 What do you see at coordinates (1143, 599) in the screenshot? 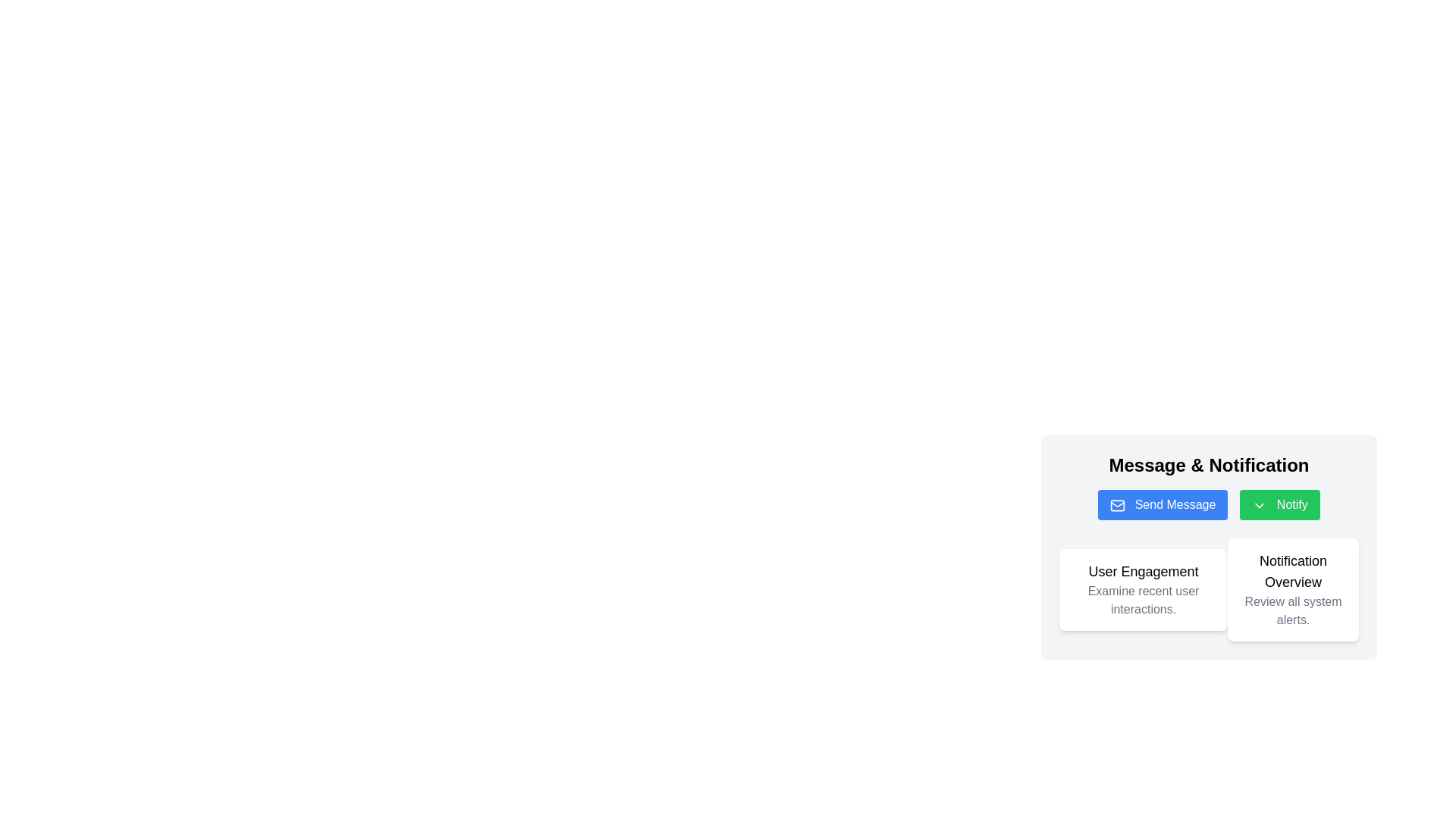
I see `the text 'Examine recent user interactions.' which is styled in a lighter gray font and located within a white rounded card titled 'User Engagement'` at bounding box center [1143, 599].